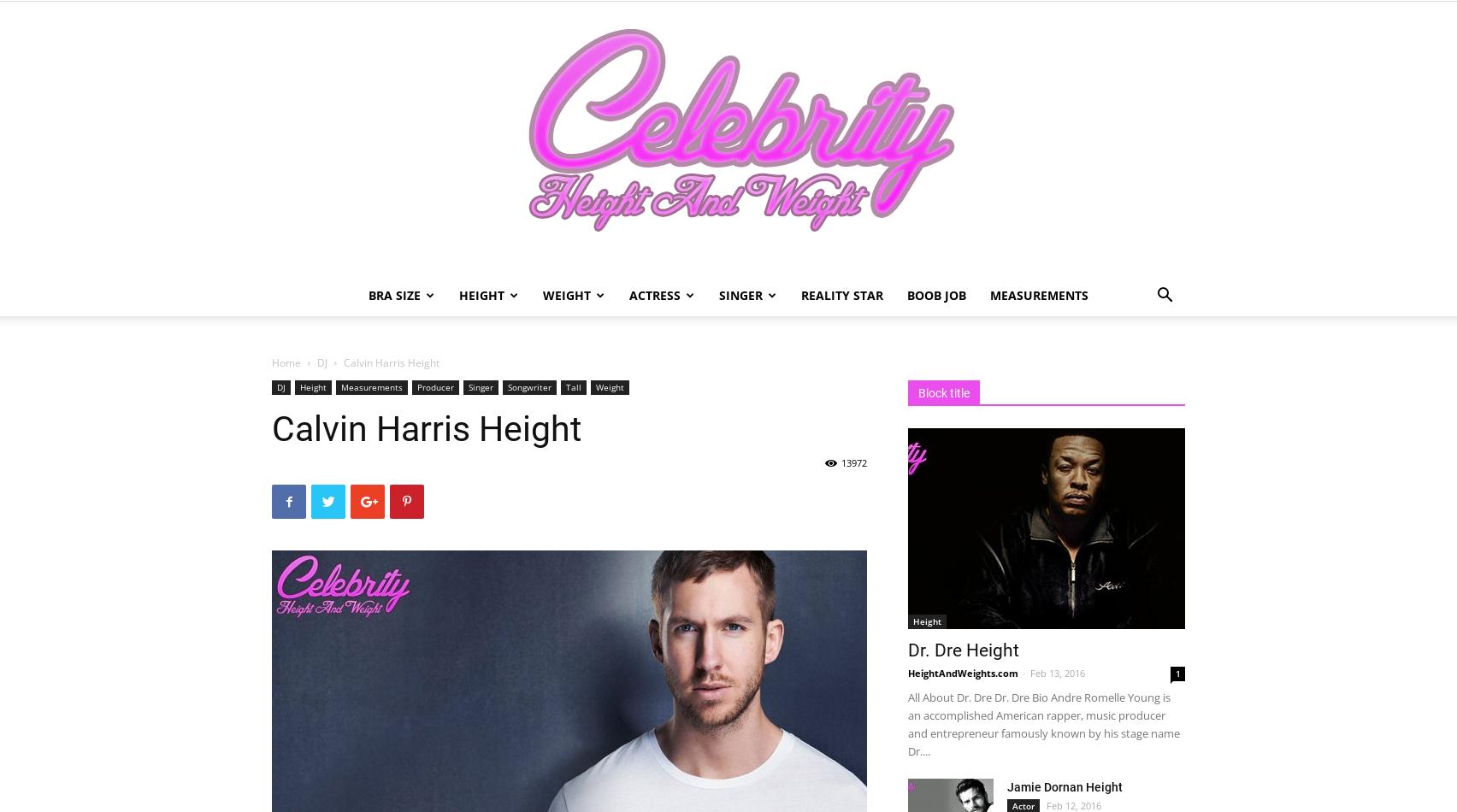 The image size is (1457, 812). Describe the element at coordinates (1175, 673) in the screenshot. I see `'1'` at that location.